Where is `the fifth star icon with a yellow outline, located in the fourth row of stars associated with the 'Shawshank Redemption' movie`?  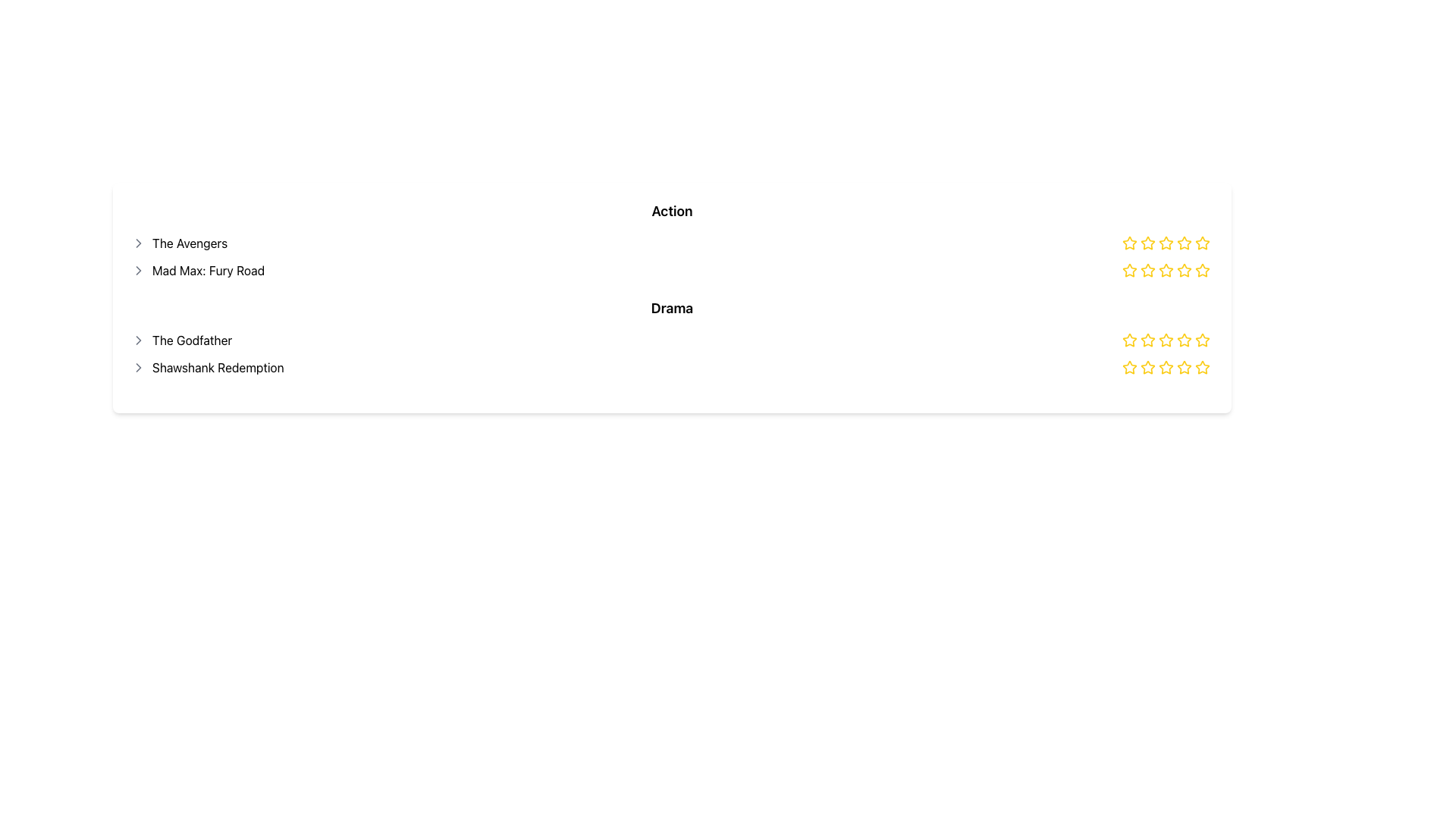 the fifth star icon with a yellow outline, located in the fourth row of stars associated with the 'Shawshank Redemption' movie is located at coordinates (1183, 368).